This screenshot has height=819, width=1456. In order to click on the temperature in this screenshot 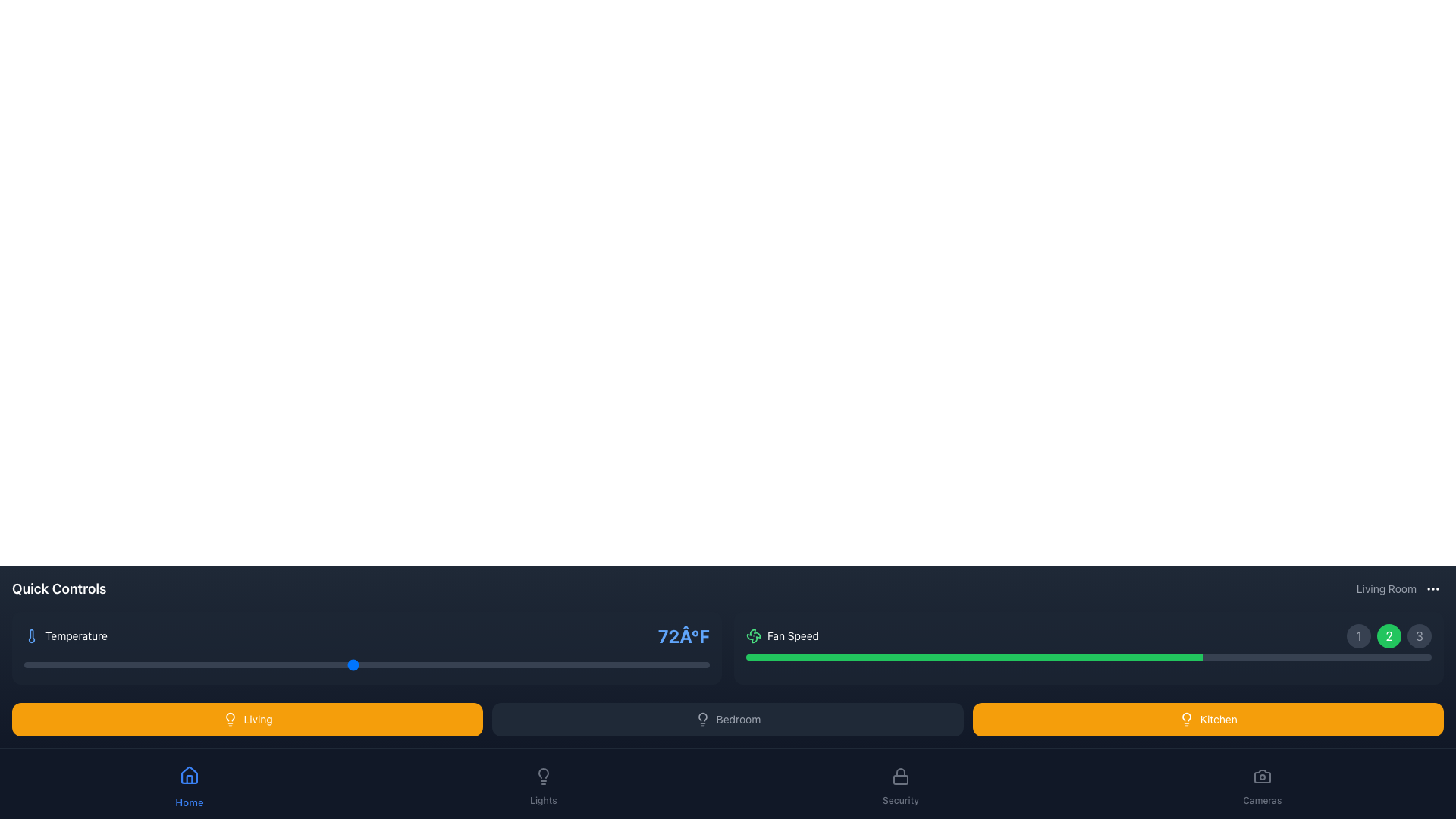, I will do `click(52, 664)`.